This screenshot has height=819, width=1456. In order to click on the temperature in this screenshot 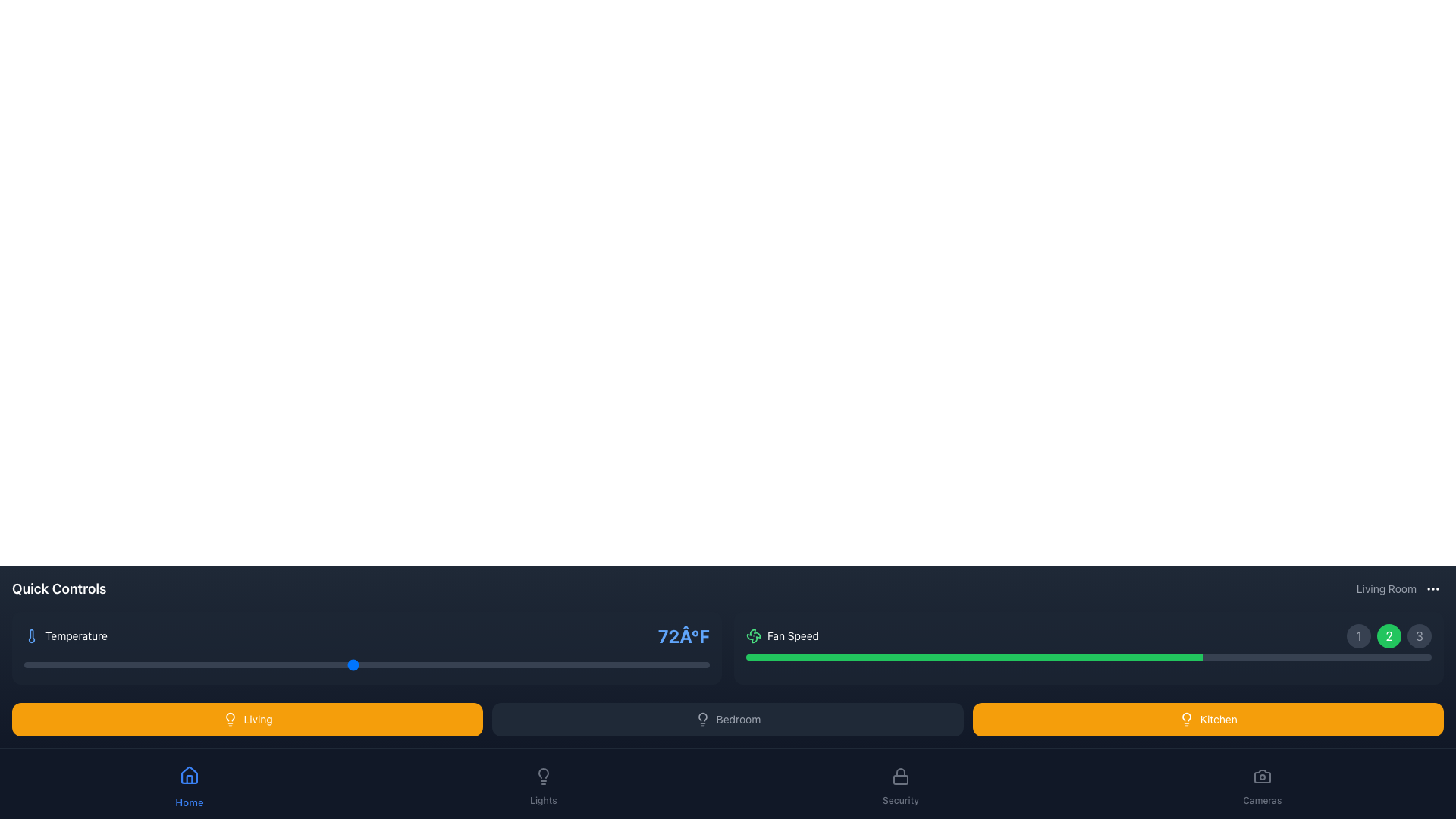, I will do `click(52, 664)`.